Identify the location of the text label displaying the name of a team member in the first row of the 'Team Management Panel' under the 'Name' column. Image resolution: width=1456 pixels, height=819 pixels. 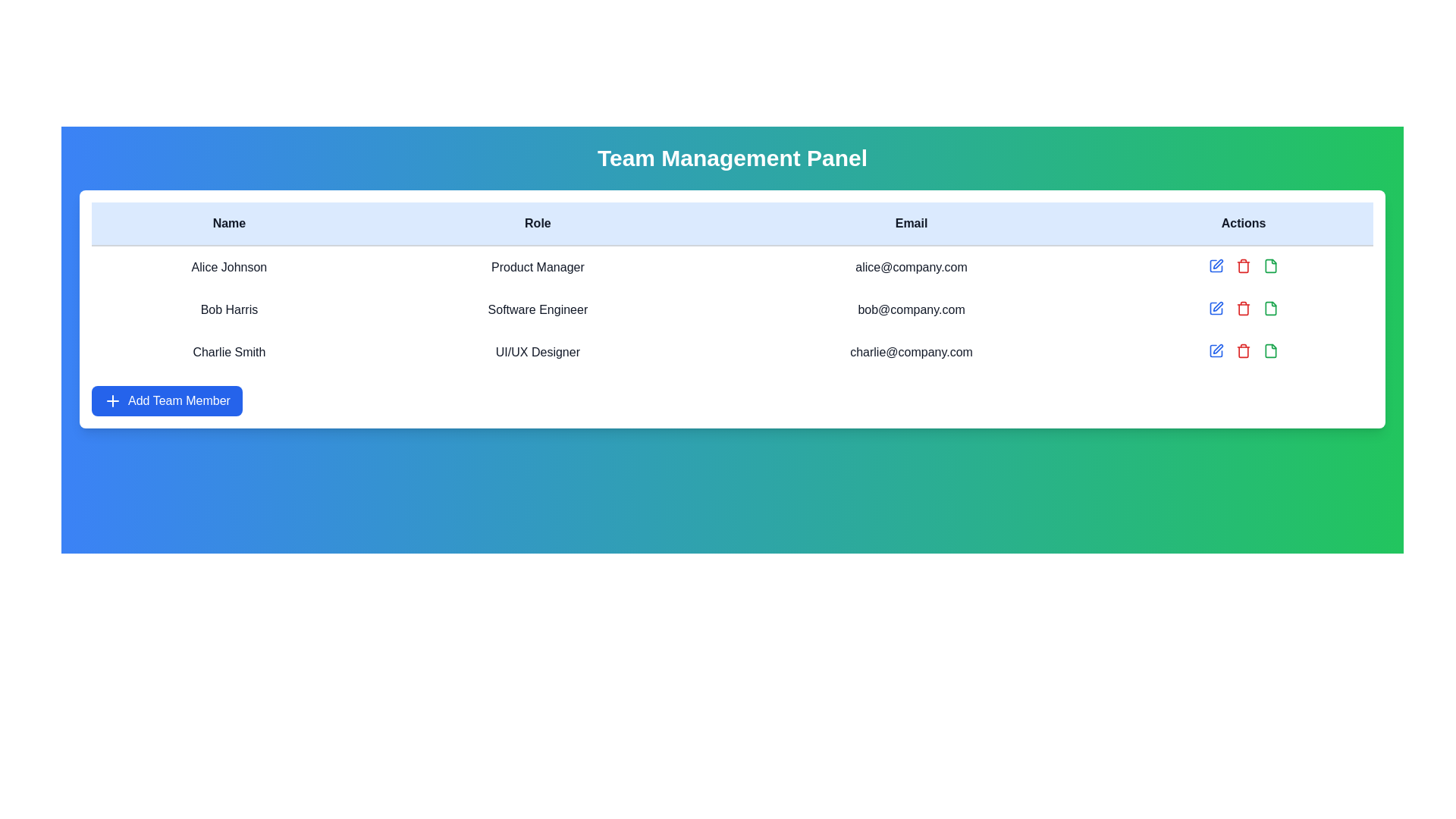
(228, 266).